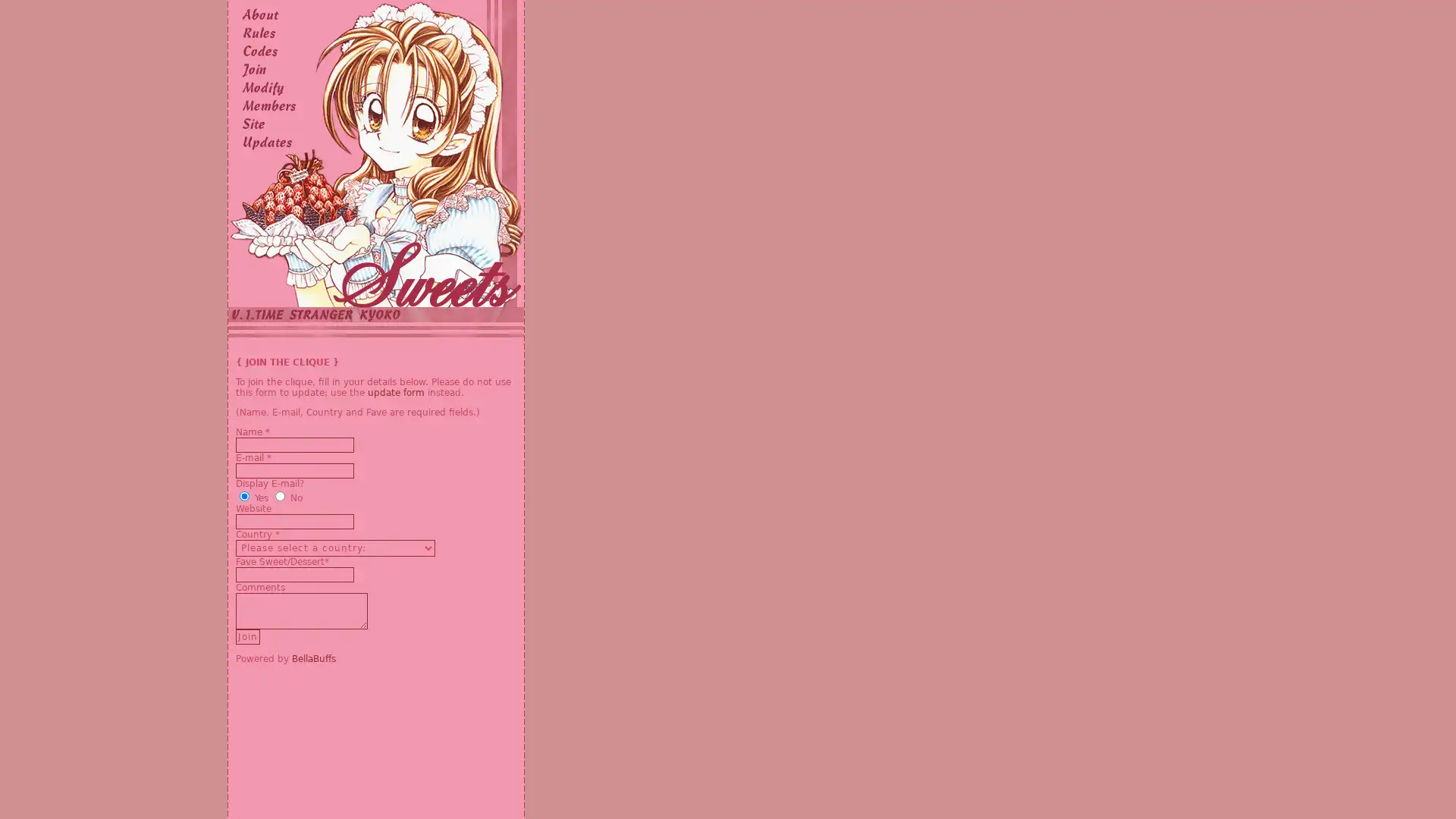 Image resolution: width=1456 pixels, height=819 pixels. Describe the element at coordinates (247, 637) in the screenshot. I see `Join` at that location.